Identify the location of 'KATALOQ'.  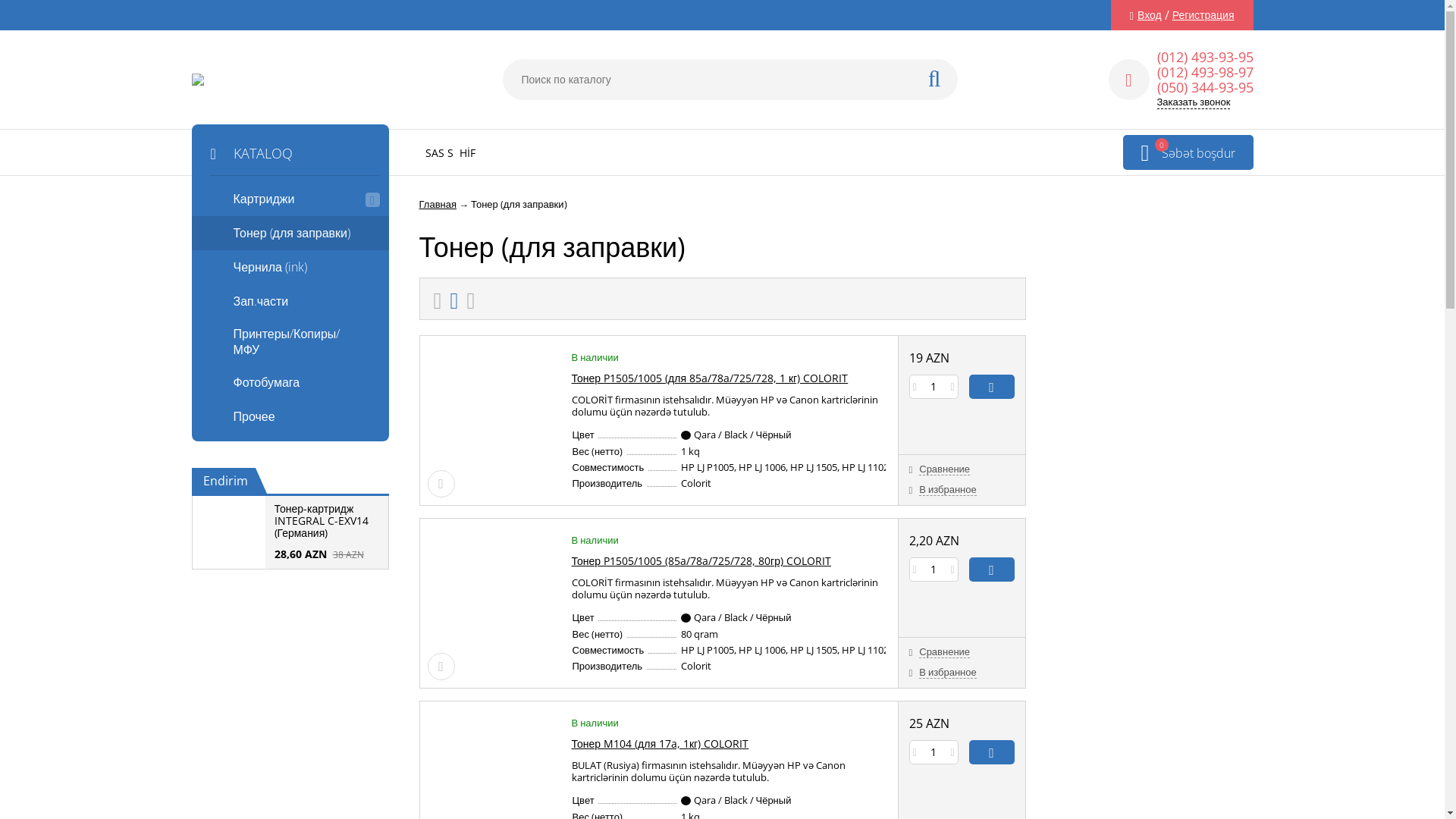
(290, 149).